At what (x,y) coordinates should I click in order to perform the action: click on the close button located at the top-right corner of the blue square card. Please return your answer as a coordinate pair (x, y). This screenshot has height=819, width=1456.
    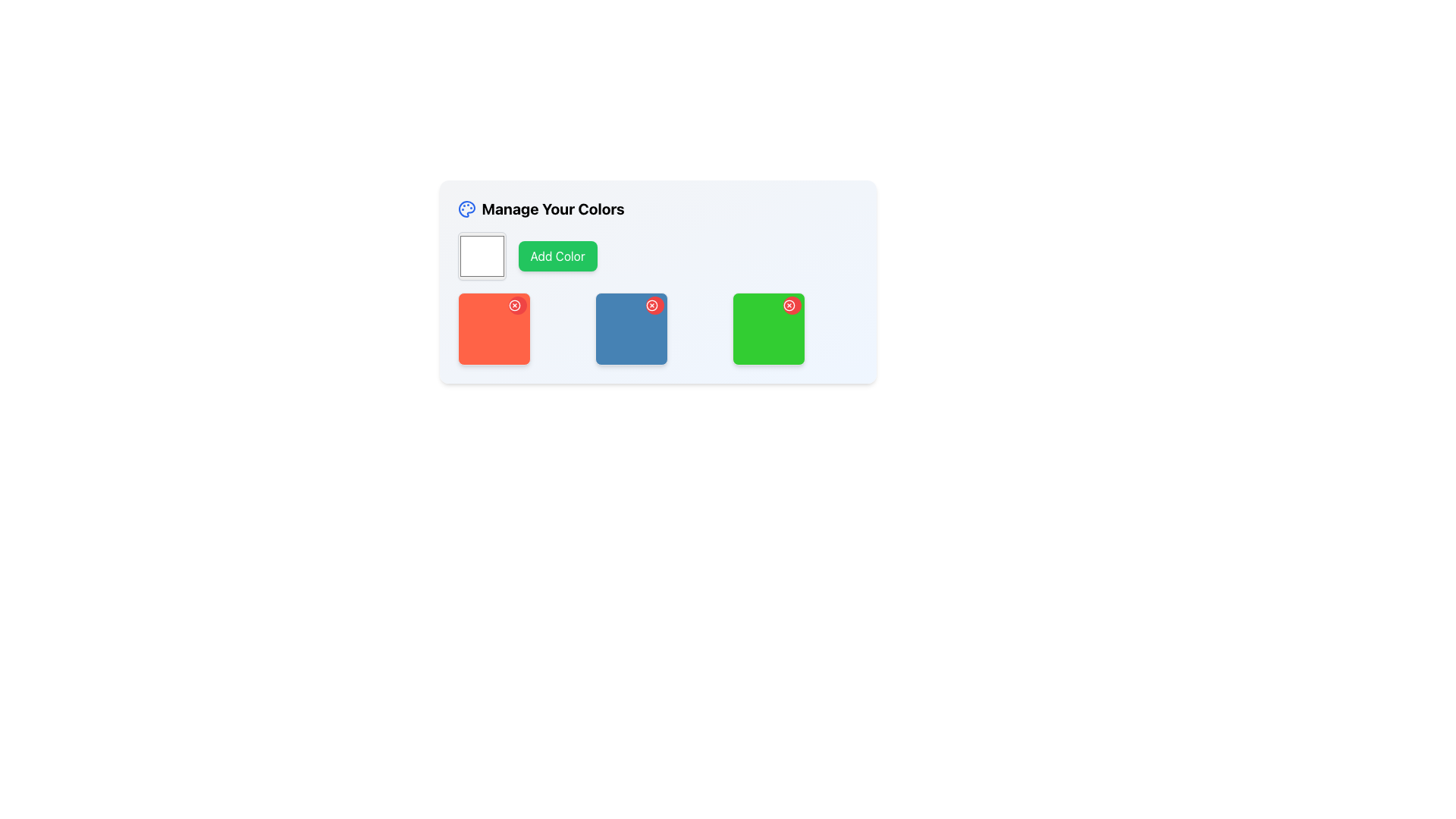
    Looking at the image, I should click on (654, 305).